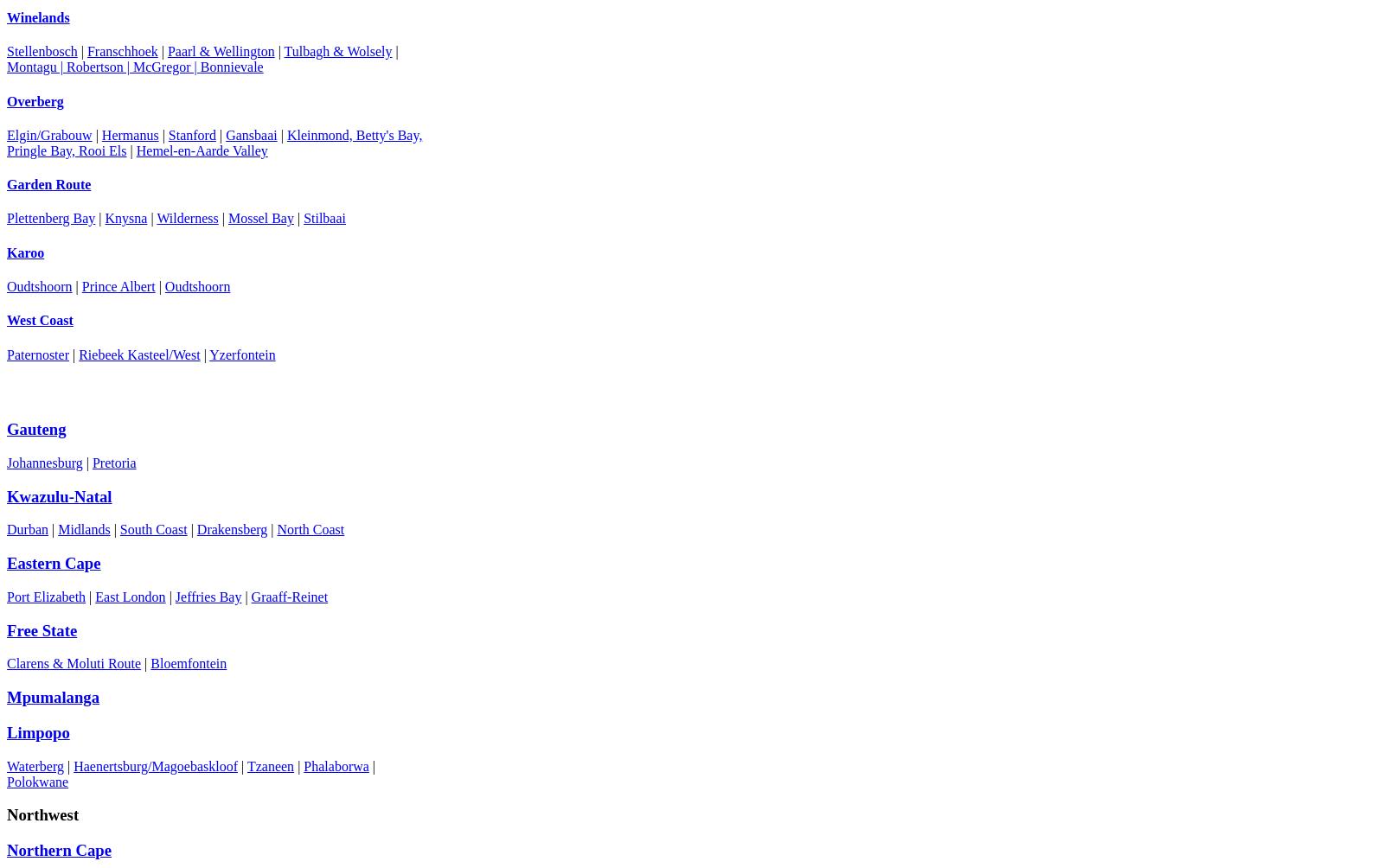  Describe the element at coordinates (84, 529) in the screenshot. I see `'Midlands'` at that location.